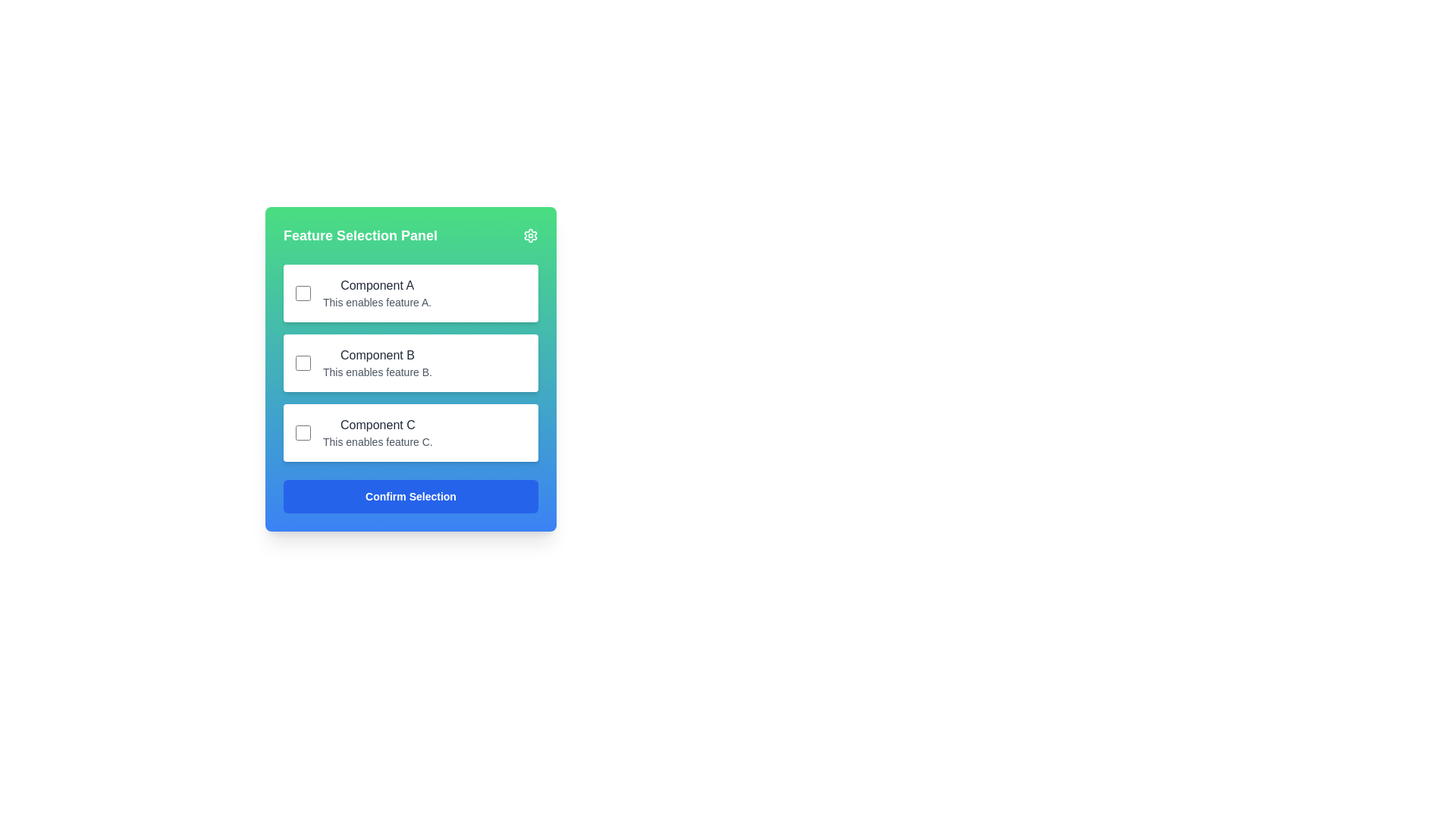 Image resolution: width=1456 pixels, height=819 pixels. What do you see at coordinates (303, 293) in the screenshot?
I see `the small square-shaped checkbox next to the label 'Component A'` at bounding box center [303, 293].